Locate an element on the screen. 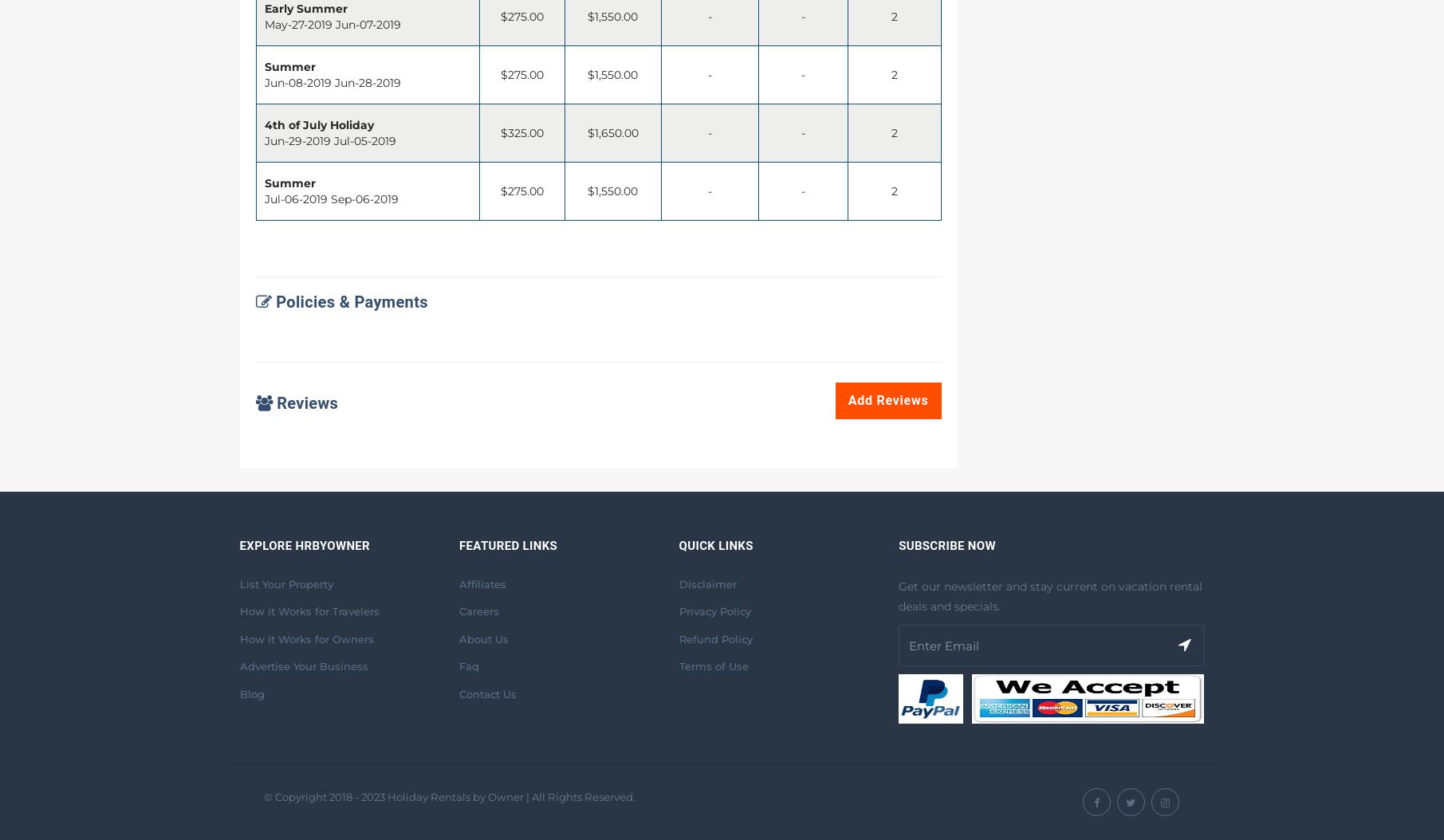  'EXPLORE HRBYOWNER' is located at coordinates (303, 545).